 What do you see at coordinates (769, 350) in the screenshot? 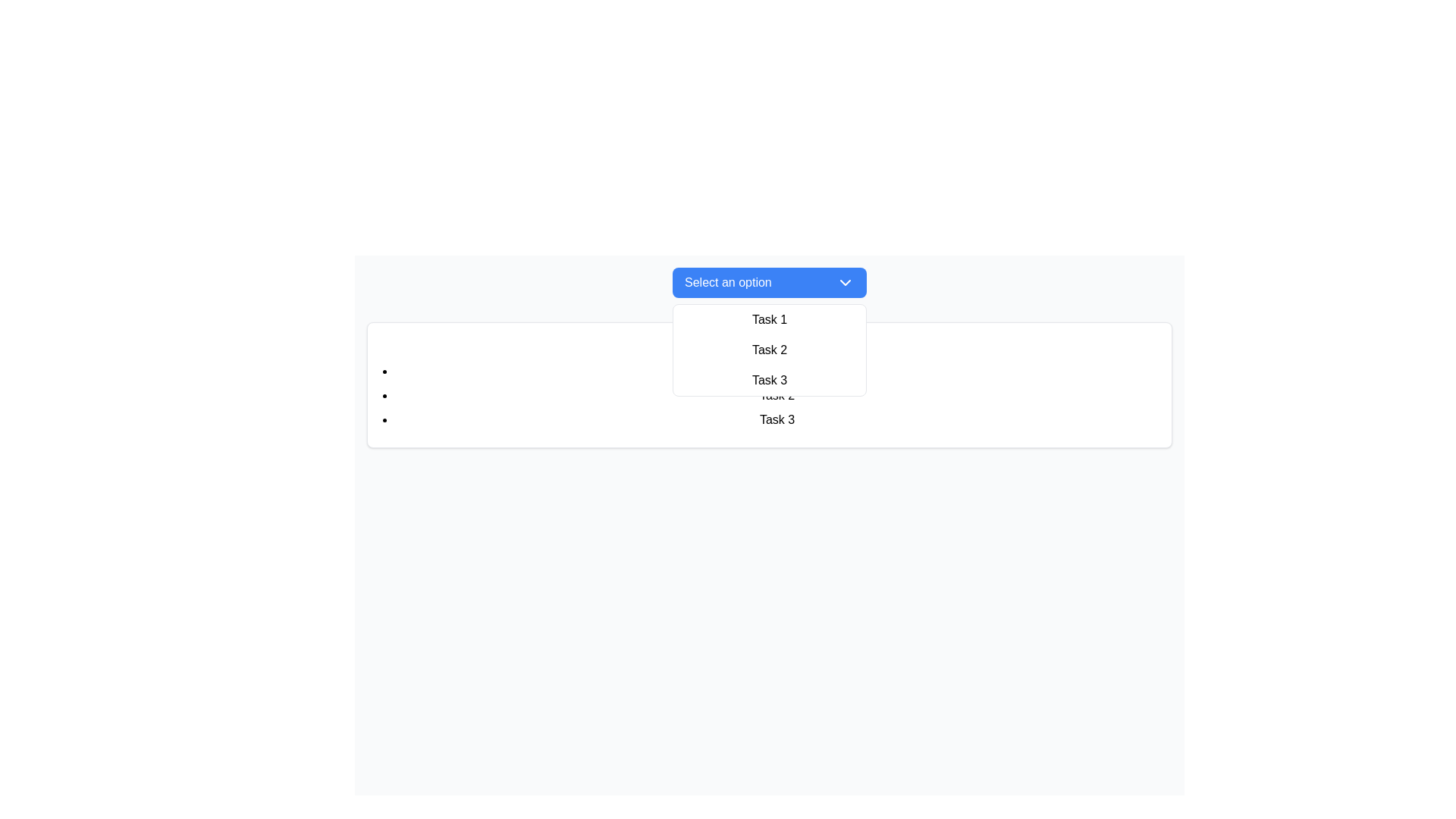
I see `the item in the dropdown menu located below the blue button labeled 'Select an option'` at bounding box center [769, 350].